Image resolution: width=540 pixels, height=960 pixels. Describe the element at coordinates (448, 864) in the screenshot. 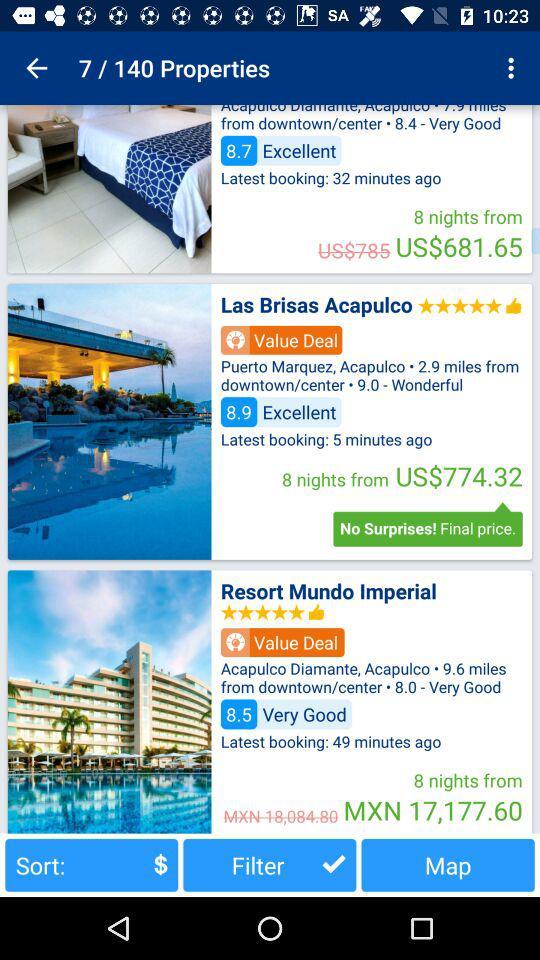

I see `the item below mxn 17 177 item` at that location.